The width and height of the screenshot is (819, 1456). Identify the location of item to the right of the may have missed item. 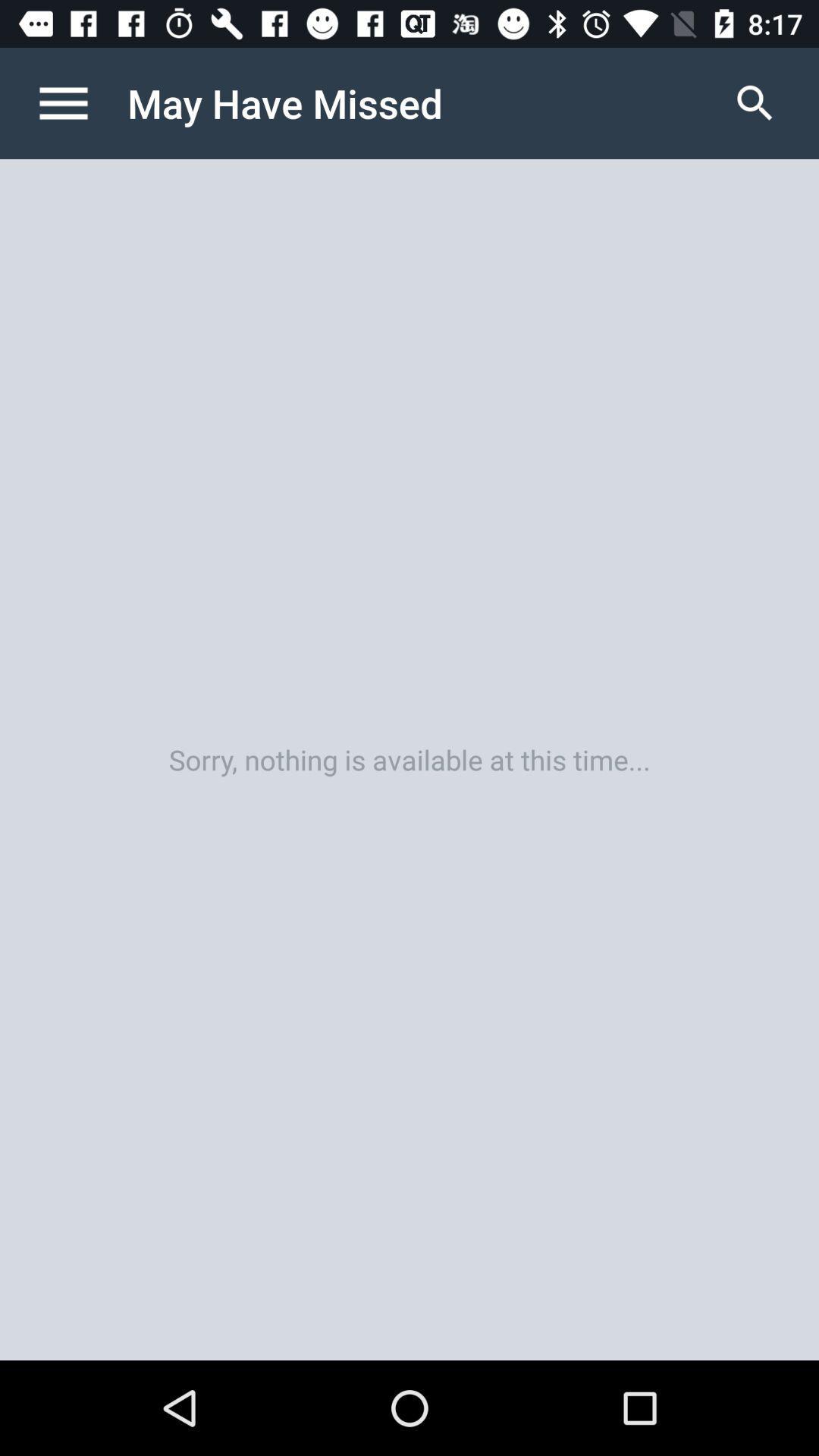
(755, 102).